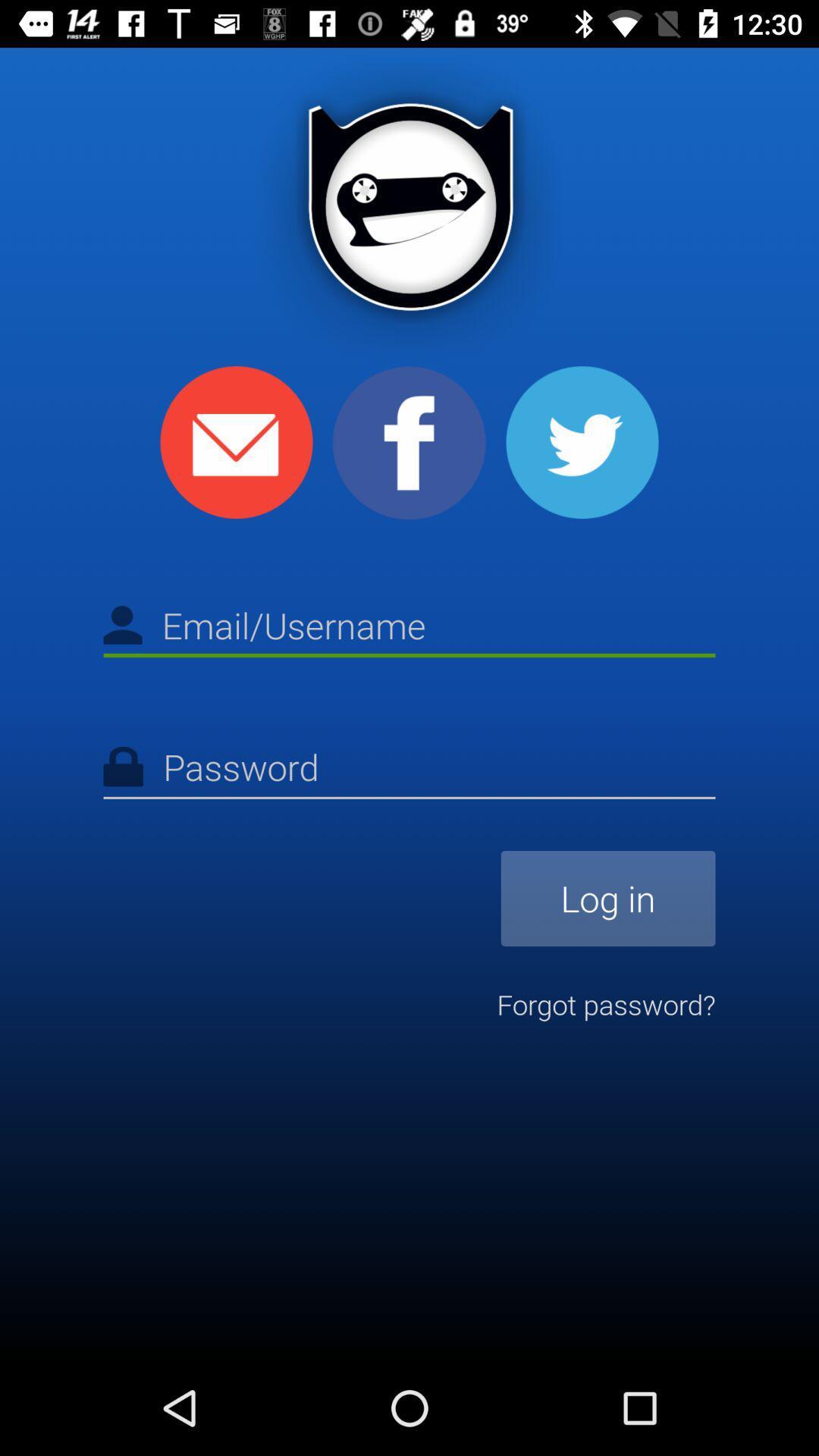 The height and width of the screenshot is (1456, 819). What do you see at coordinates (581, 441) in the screenshot?
I see `the twitter icon` at bounding box center [581, 441].